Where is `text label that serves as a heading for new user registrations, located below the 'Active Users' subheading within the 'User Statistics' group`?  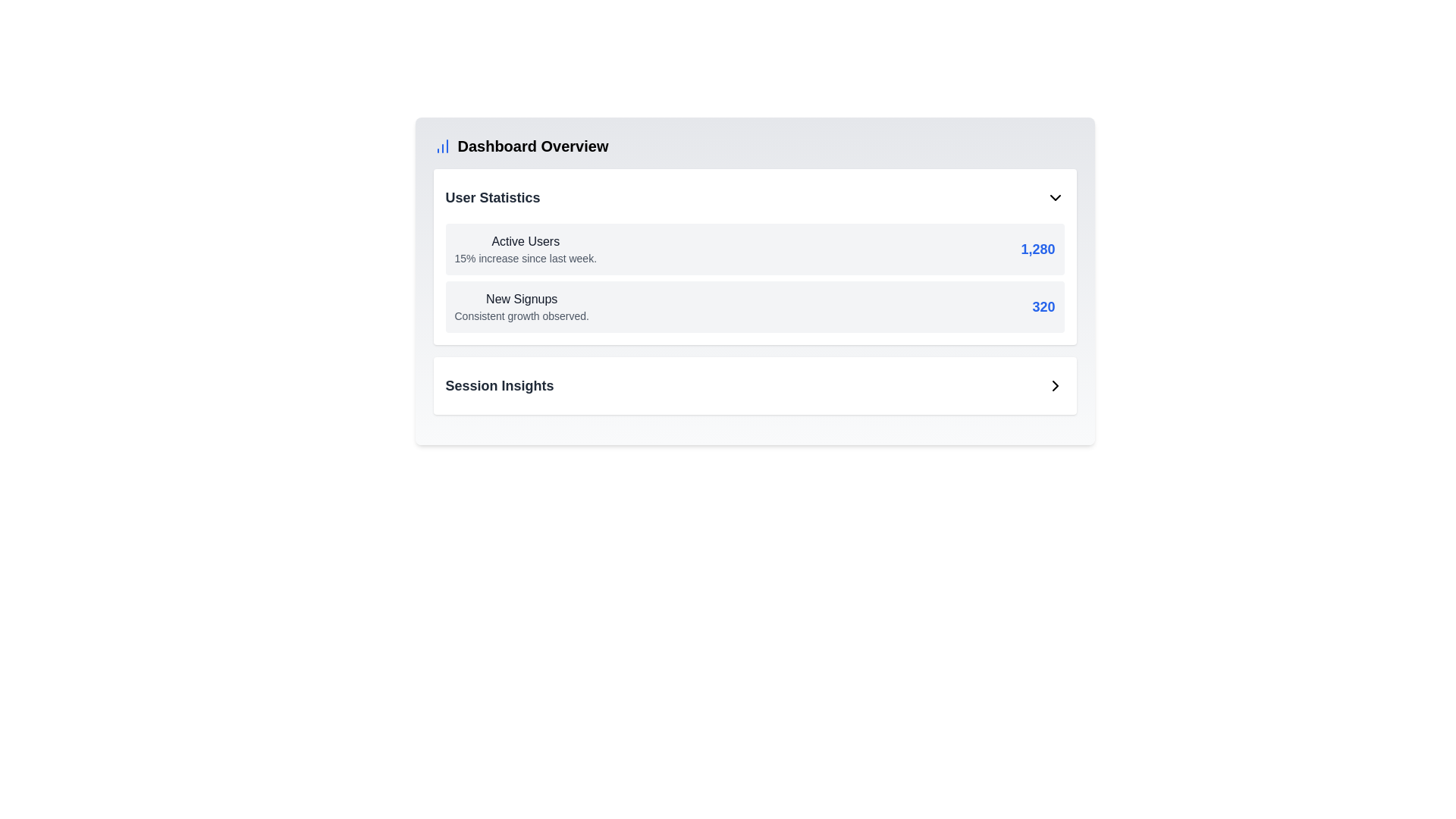 text label that serves as a heading for new user registrations, located below the 'Active Users' subheading within the 'User Statistics' group is located at coordinates (522, 299).